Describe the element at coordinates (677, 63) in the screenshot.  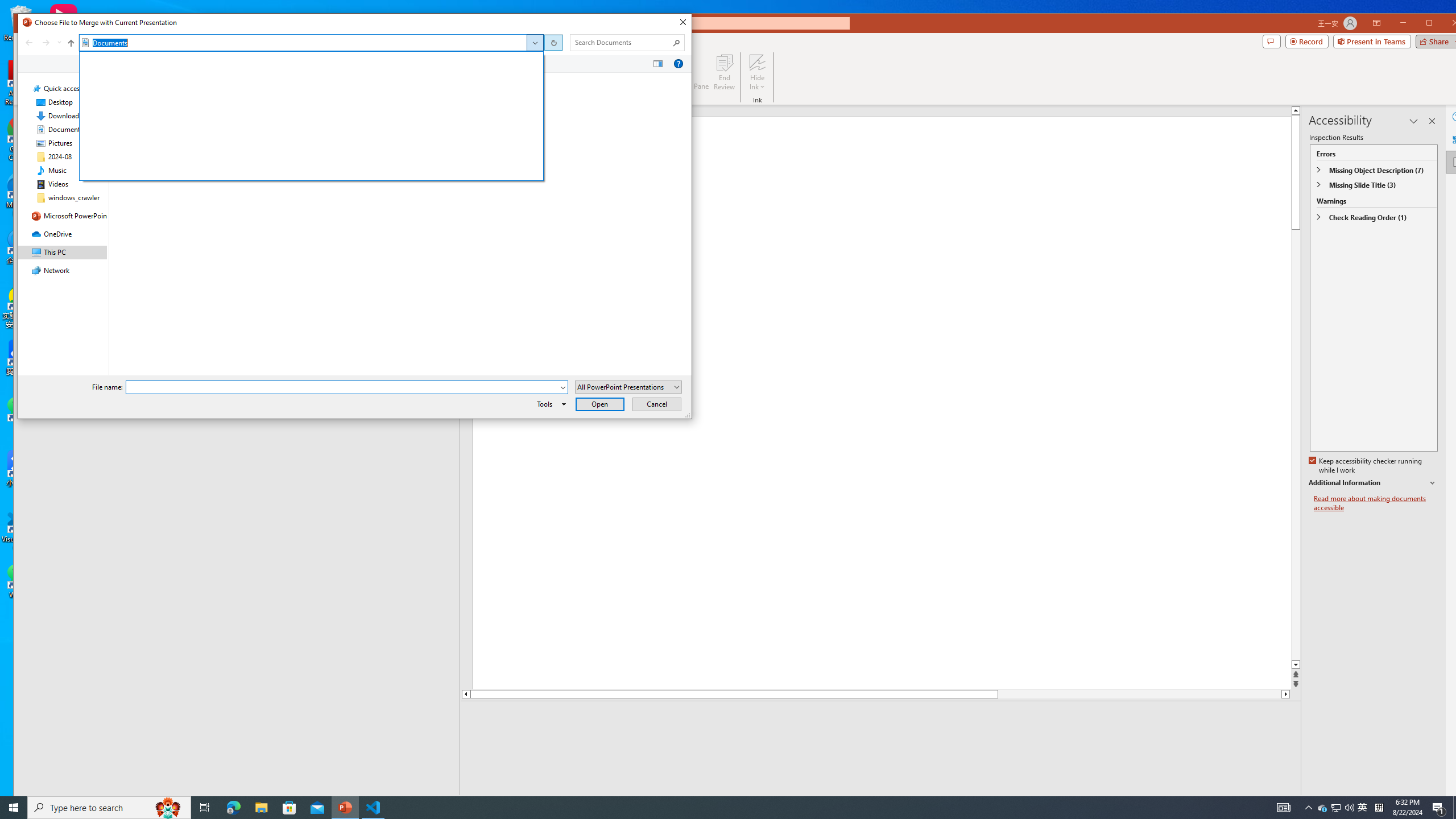
I see `'&Help'` at that location.